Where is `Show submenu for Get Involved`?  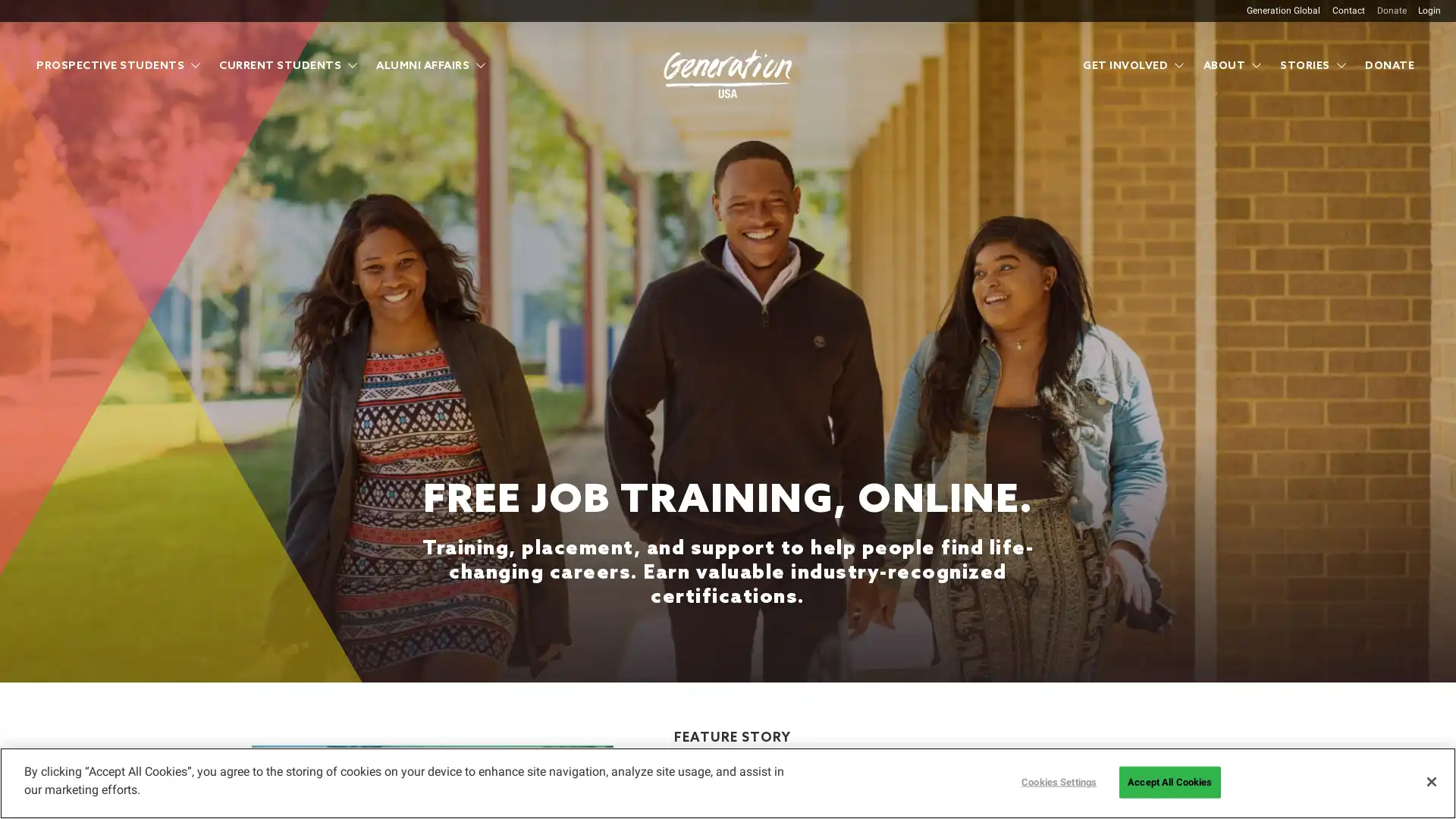 Show submenu for Get Involved is located at coordinates (1178, 64).